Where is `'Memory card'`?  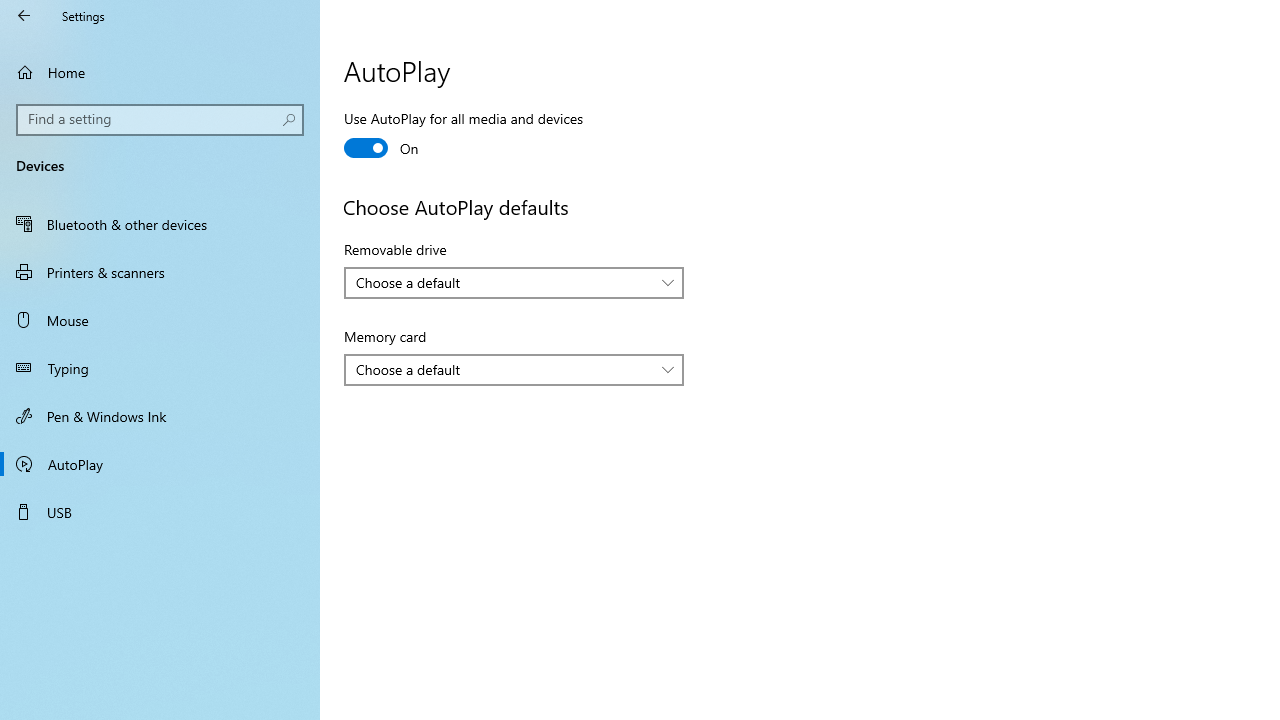 'Memory card' is located at coordinates (513, 370).